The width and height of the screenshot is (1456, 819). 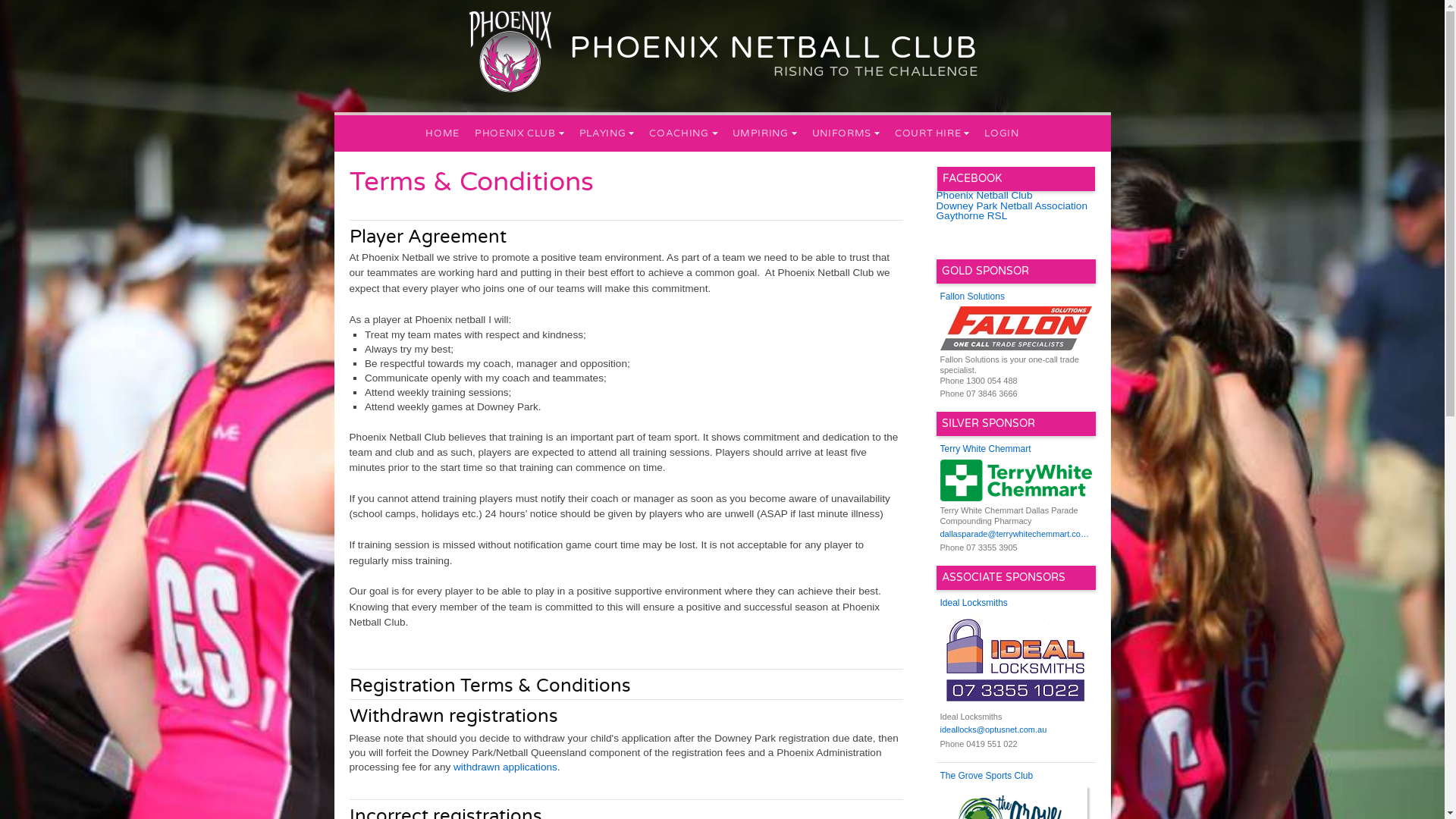 I want to click on 'PLAYING', so click(x=570, y=133).